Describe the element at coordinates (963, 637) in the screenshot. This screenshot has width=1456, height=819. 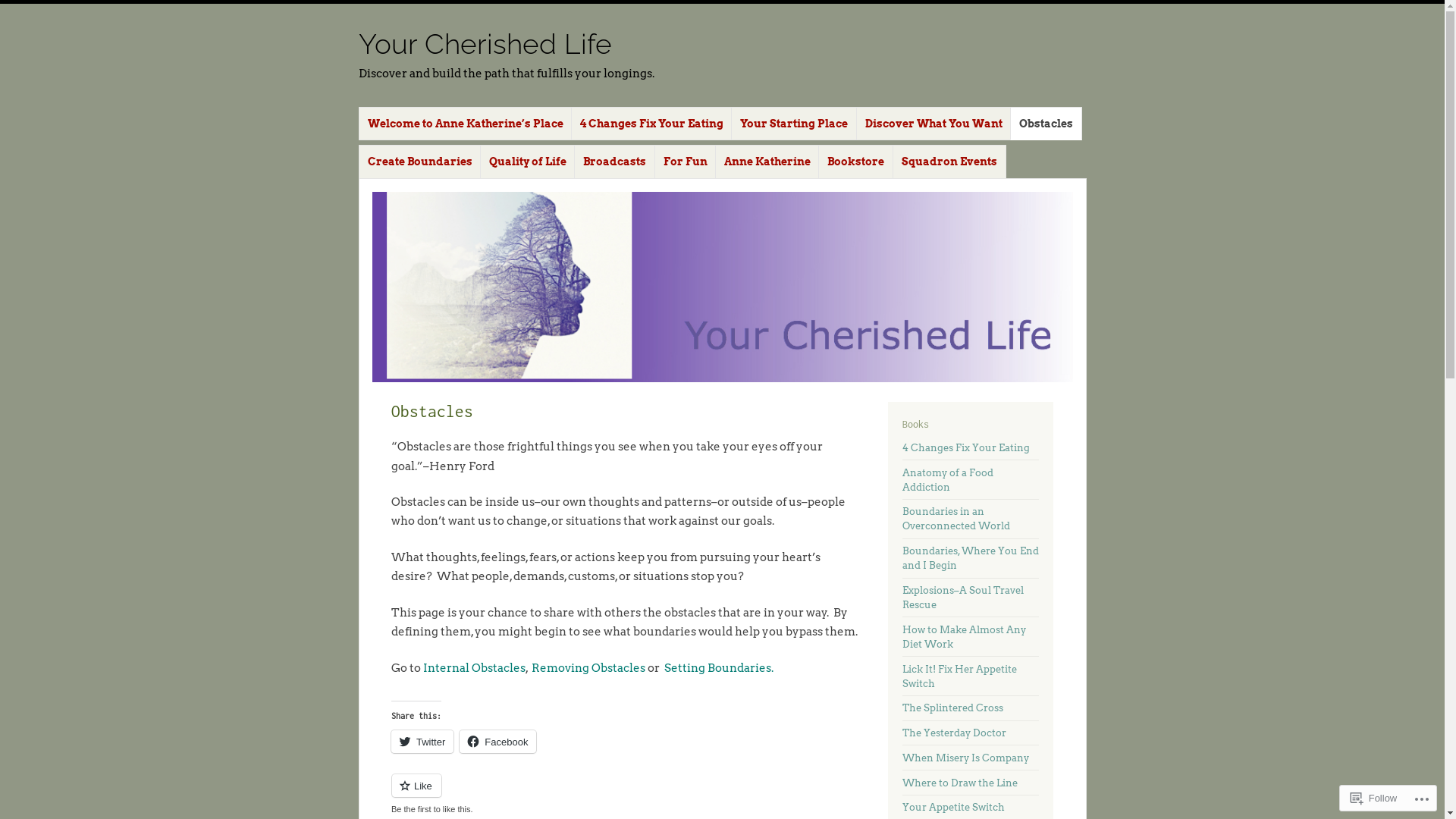
I see `'How to Make Almost Any Diet Work'` at that location.